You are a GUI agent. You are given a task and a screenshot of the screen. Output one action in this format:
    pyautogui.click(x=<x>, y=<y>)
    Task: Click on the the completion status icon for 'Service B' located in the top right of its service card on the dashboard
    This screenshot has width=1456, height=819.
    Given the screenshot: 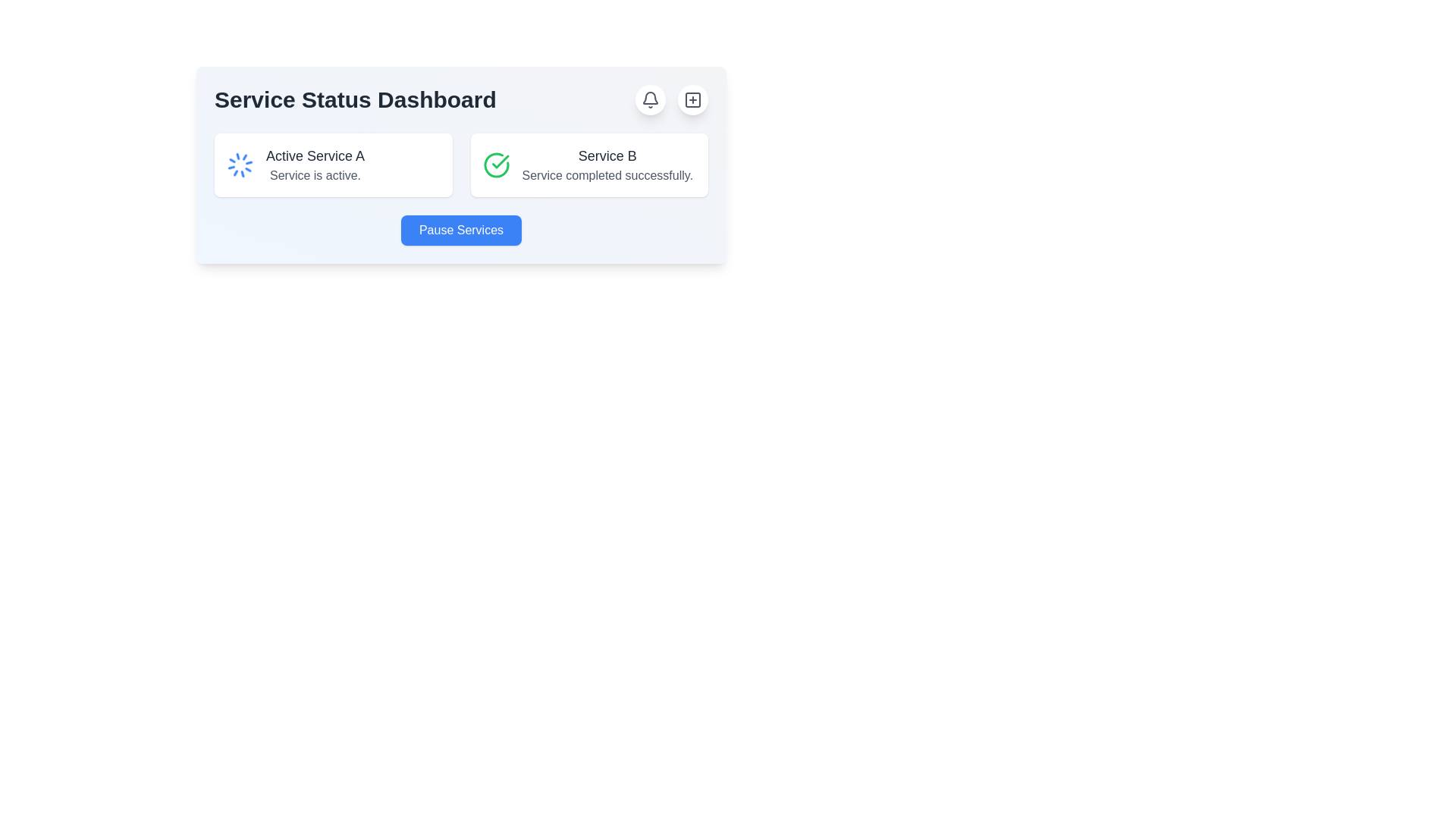 What is the action you would take?
    pyautogui.click(x=500, y=162)
    